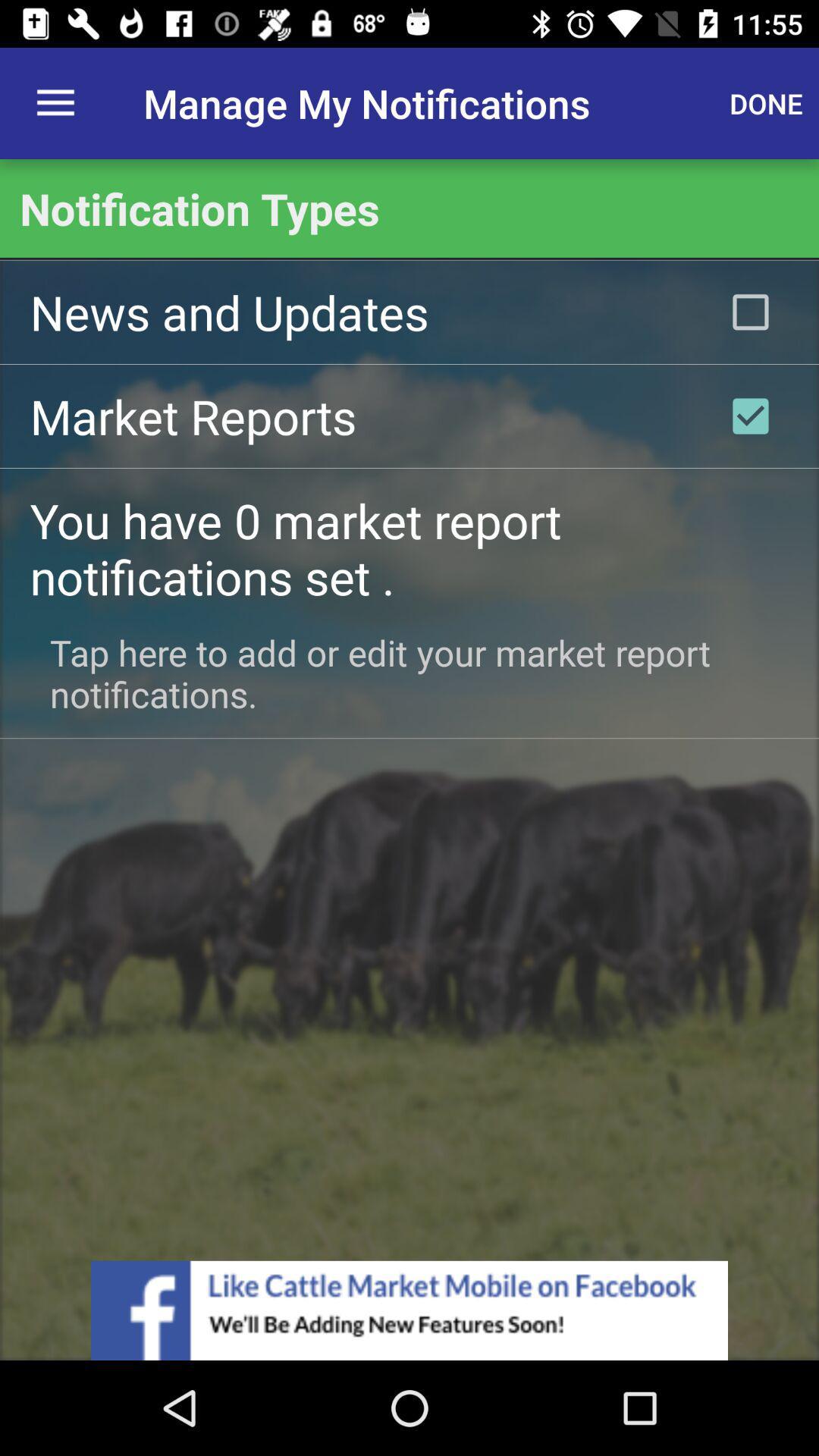 Image resolution: width=819 pixels, height=1456 pixels. Describe the element at coordinates (751, 416) in the screenshot. I see `write` at that location.